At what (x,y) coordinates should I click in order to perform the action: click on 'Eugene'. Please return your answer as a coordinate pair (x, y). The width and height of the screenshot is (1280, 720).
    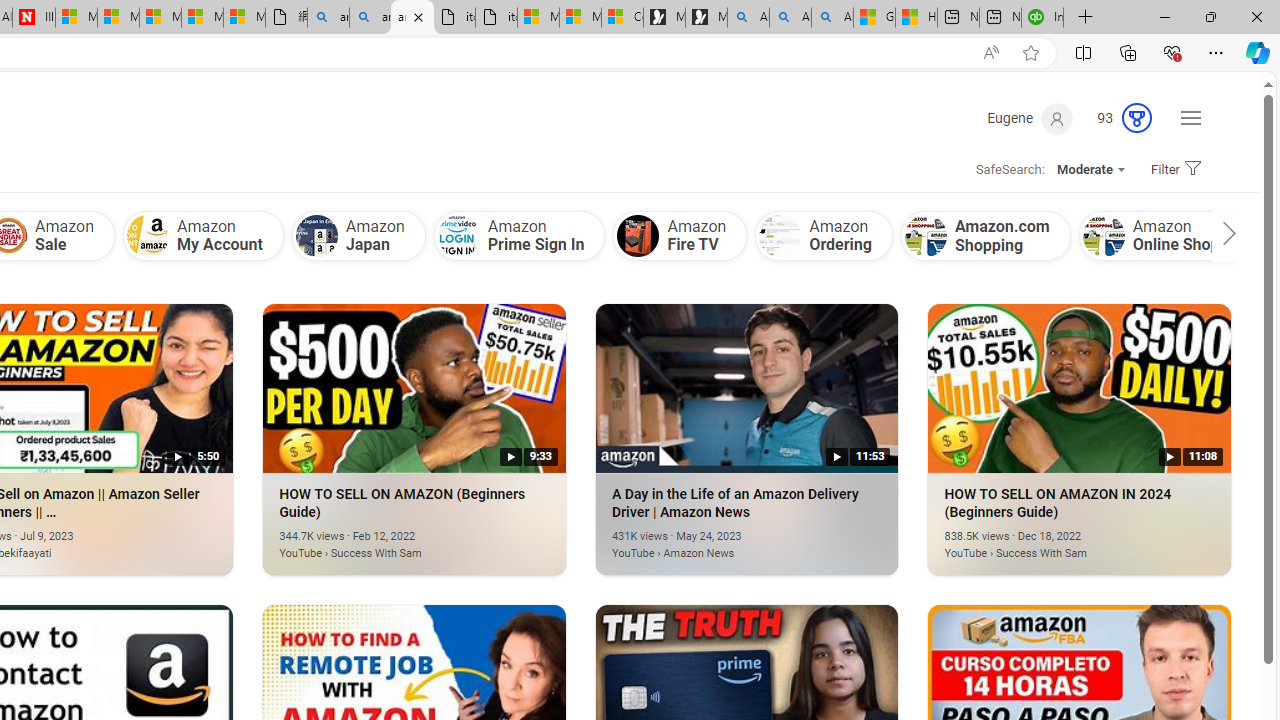
    Looking at the image, I should click on (1030, 119).